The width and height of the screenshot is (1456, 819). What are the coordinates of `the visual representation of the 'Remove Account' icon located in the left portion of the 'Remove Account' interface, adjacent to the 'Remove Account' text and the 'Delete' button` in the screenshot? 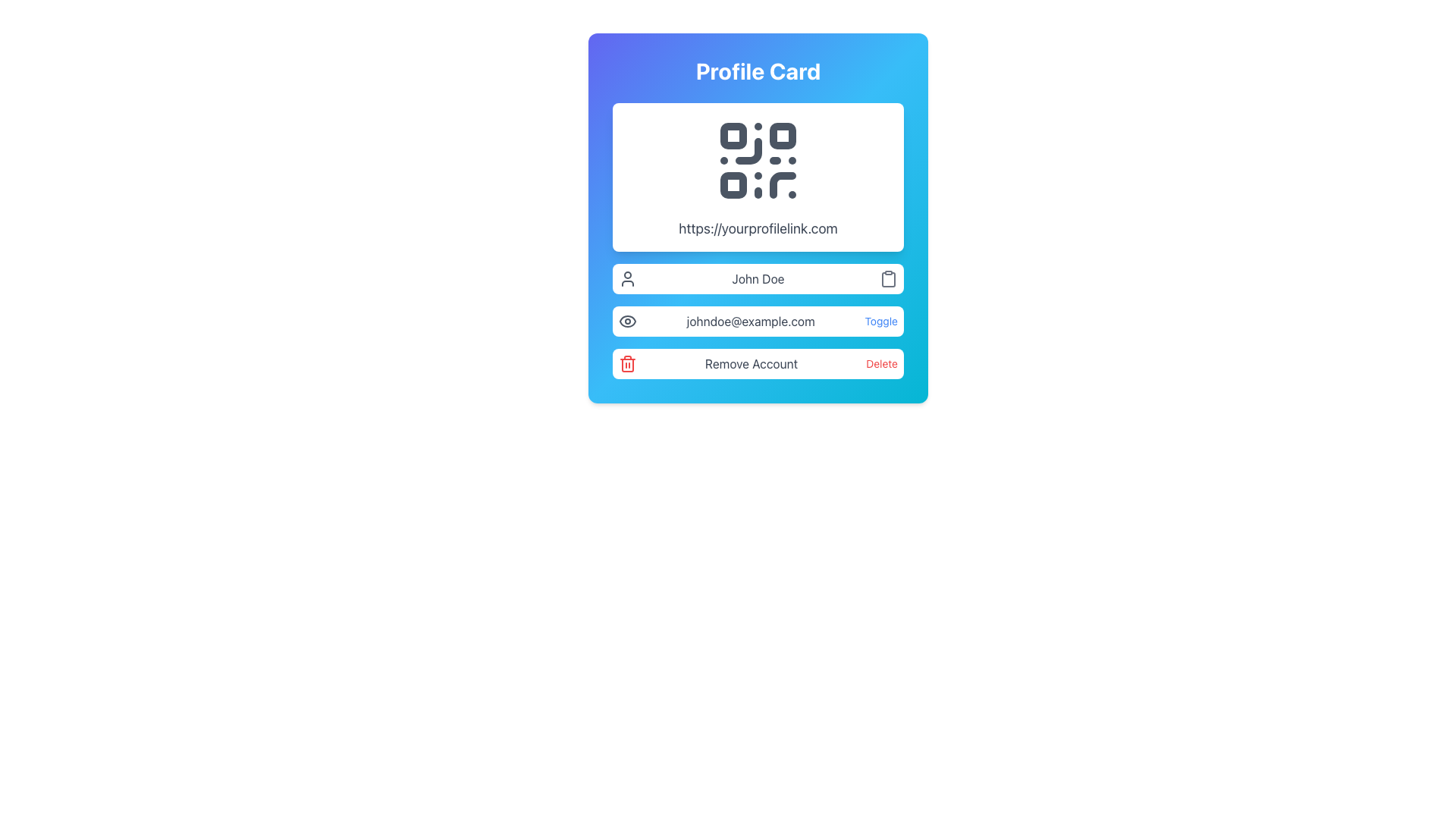 It's located at (628, 363).